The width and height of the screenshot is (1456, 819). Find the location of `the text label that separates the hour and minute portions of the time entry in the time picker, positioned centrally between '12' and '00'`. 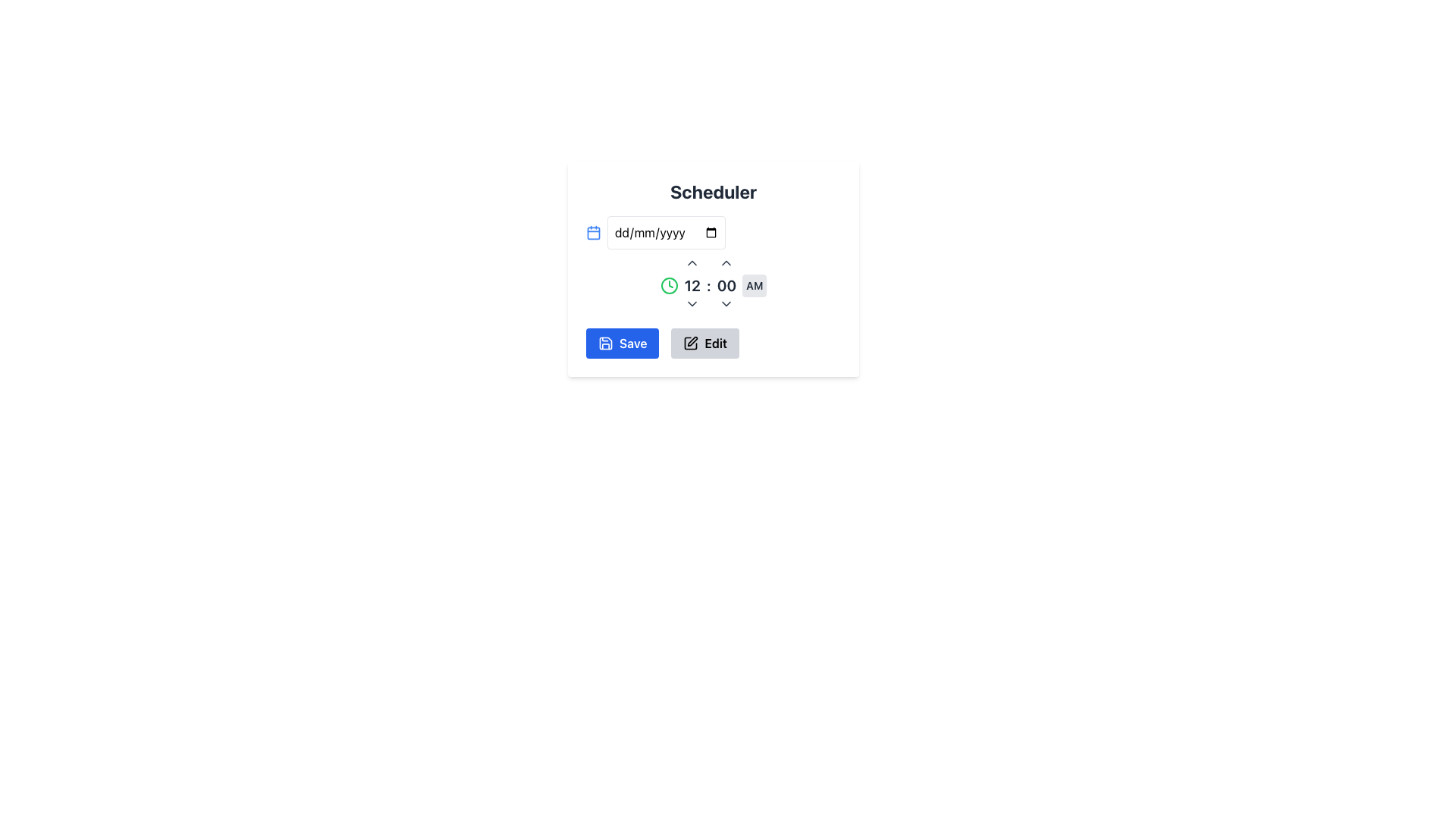

the text label that separates the hour and minute portions of the time entry in the time picker, positioned centrally between '12' and '00' is located at coordinates (708, 286).